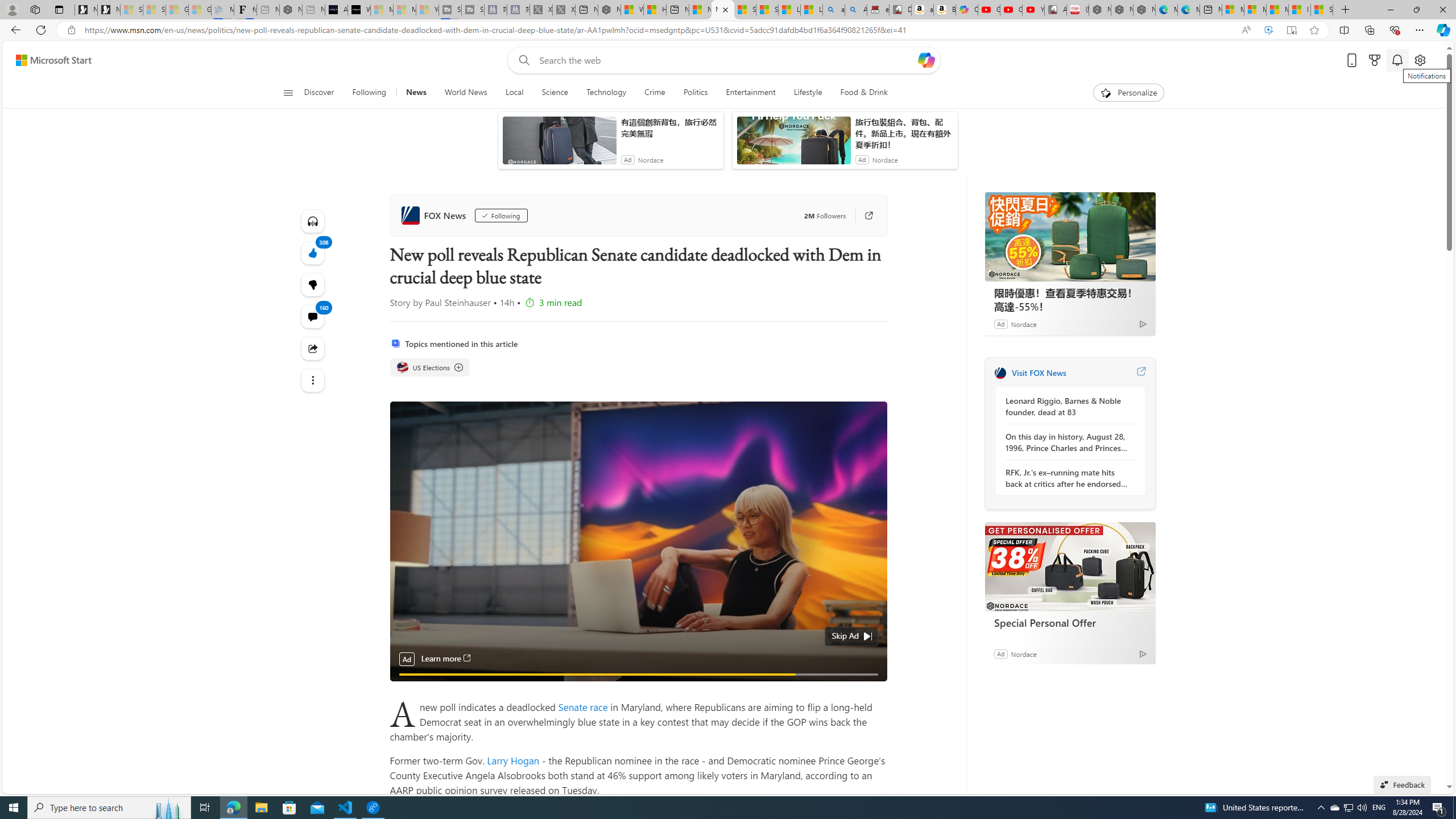 Image resolution: width=1456 pixels, height=819 pixels. What do you see at coordinates (429, 367) in the screenshot?
I see `'US Elections'` at bounding box center [429, 367].